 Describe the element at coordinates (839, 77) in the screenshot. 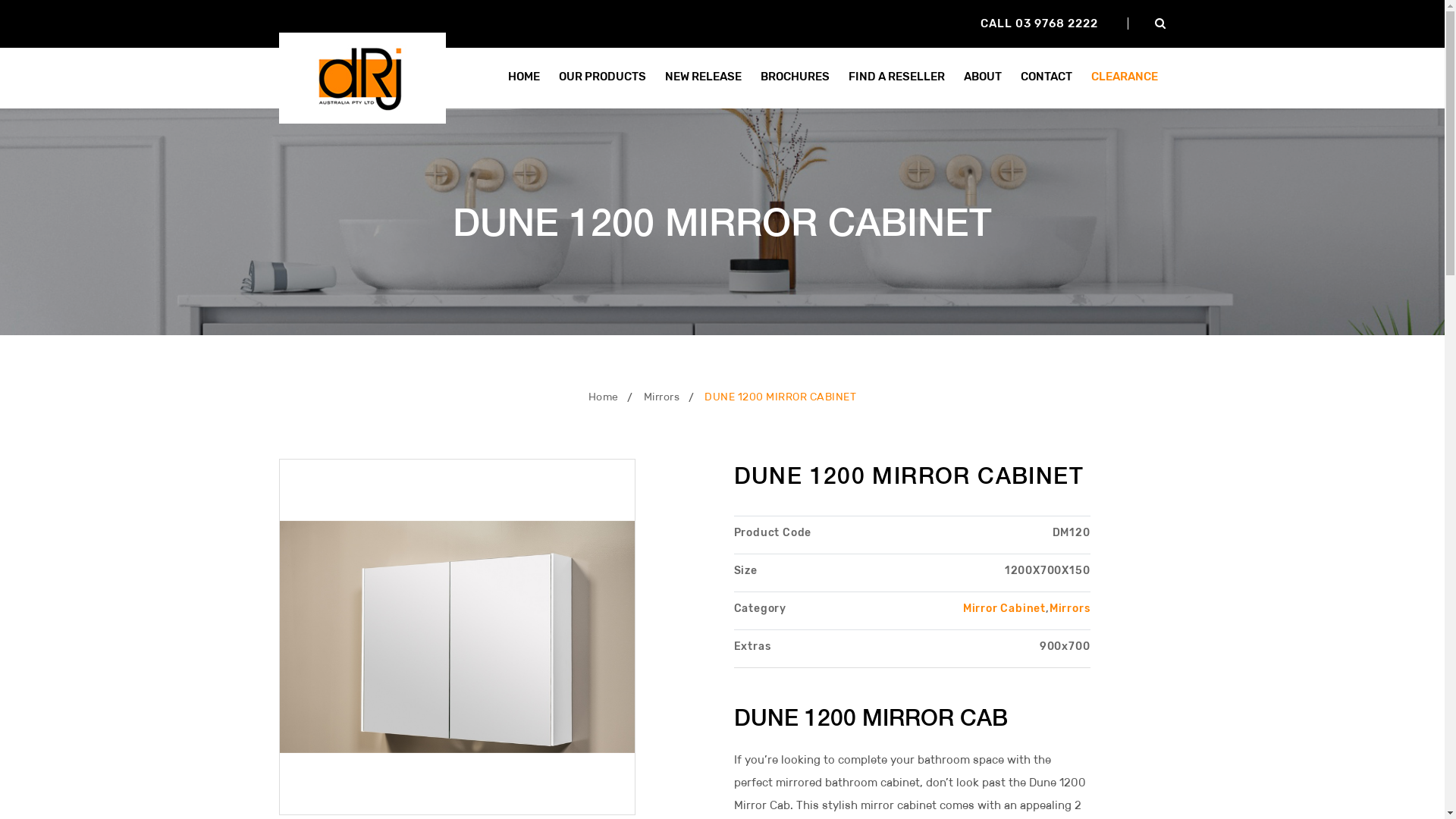

I see `'FIND A RESELLER'` at that location.